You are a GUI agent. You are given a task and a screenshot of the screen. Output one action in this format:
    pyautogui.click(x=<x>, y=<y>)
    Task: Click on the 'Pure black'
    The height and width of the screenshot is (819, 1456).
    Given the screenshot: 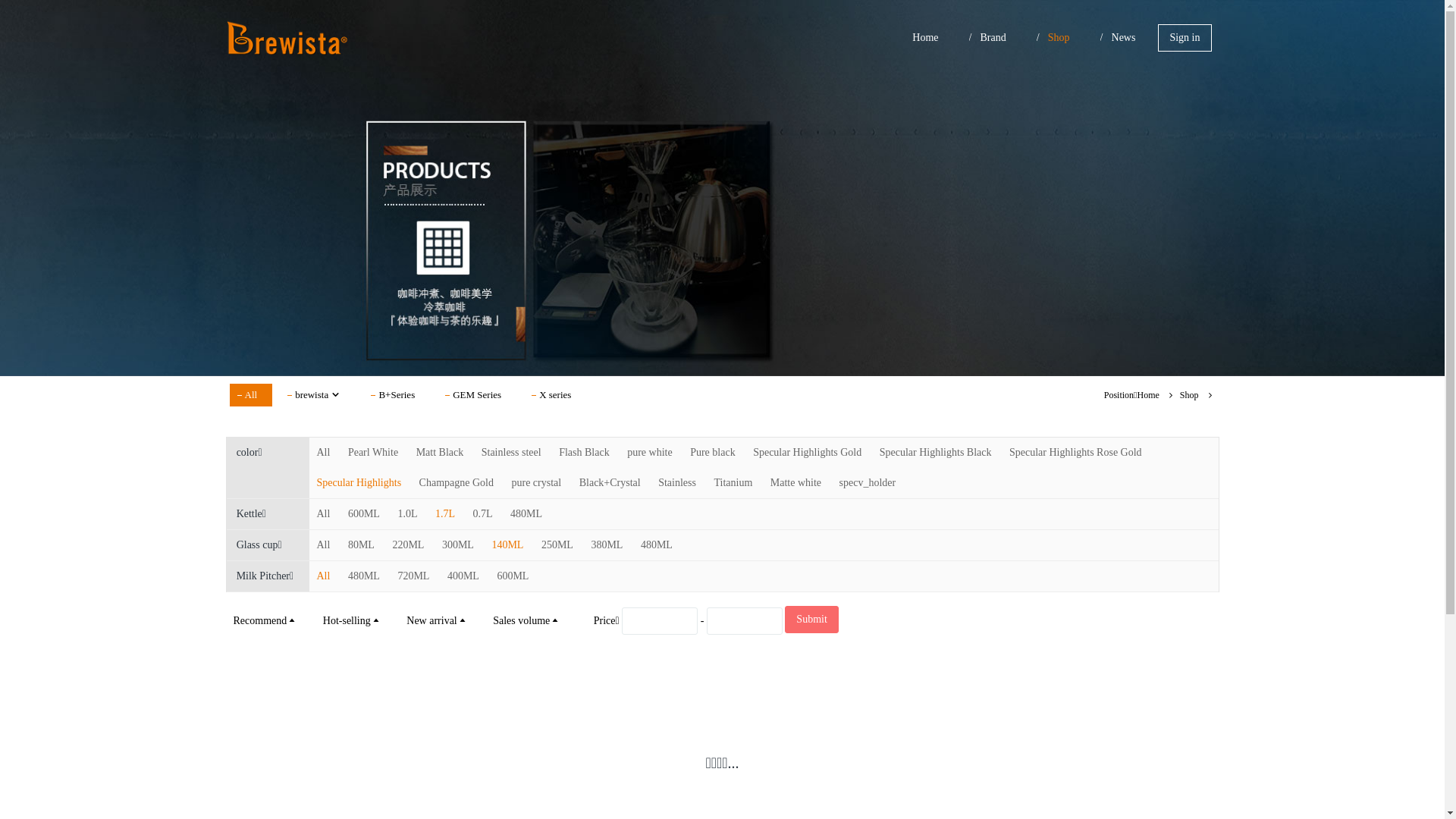 What is the action you would take?
    pyautogui.click(x=711, y=451)
    